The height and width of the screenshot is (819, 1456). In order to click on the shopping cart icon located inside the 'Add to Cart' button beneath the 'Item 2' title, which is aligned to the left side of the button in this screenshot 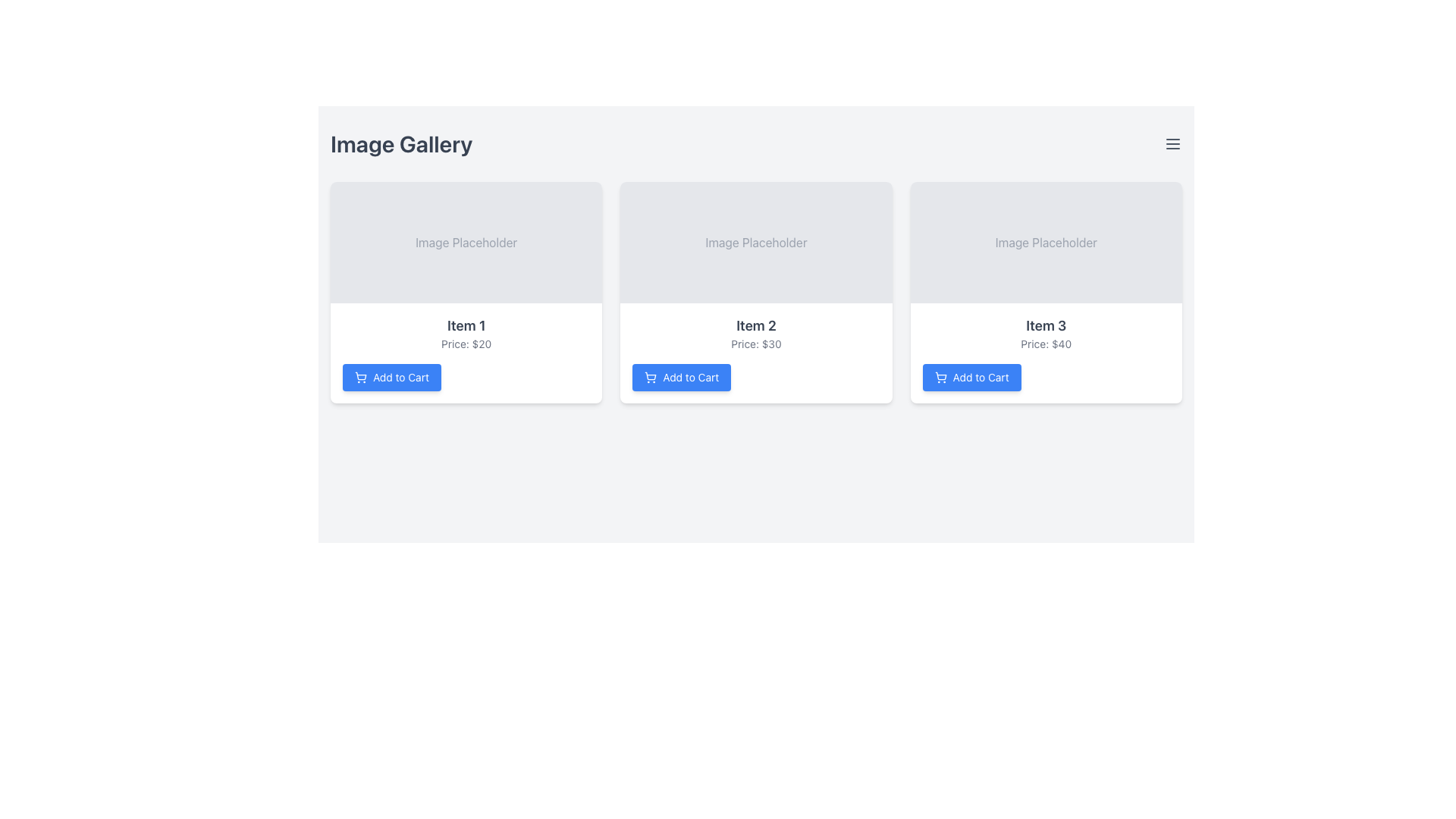, I will do `click(651, 376)`.